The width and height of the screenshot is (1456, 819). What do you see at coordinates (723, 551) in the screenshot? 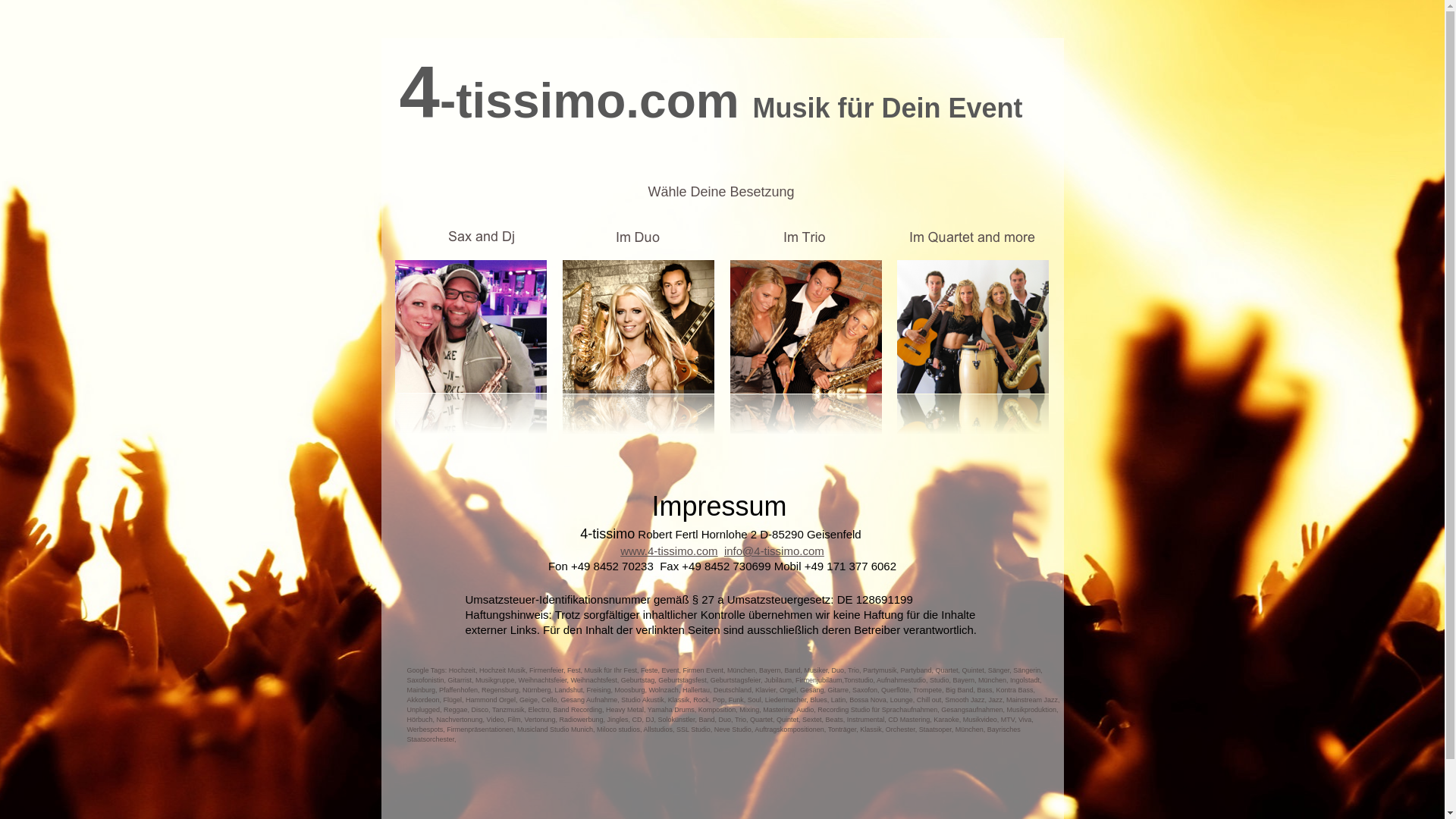
I see `'info@4-tissimo.com'` at bounding box center [723, 551].